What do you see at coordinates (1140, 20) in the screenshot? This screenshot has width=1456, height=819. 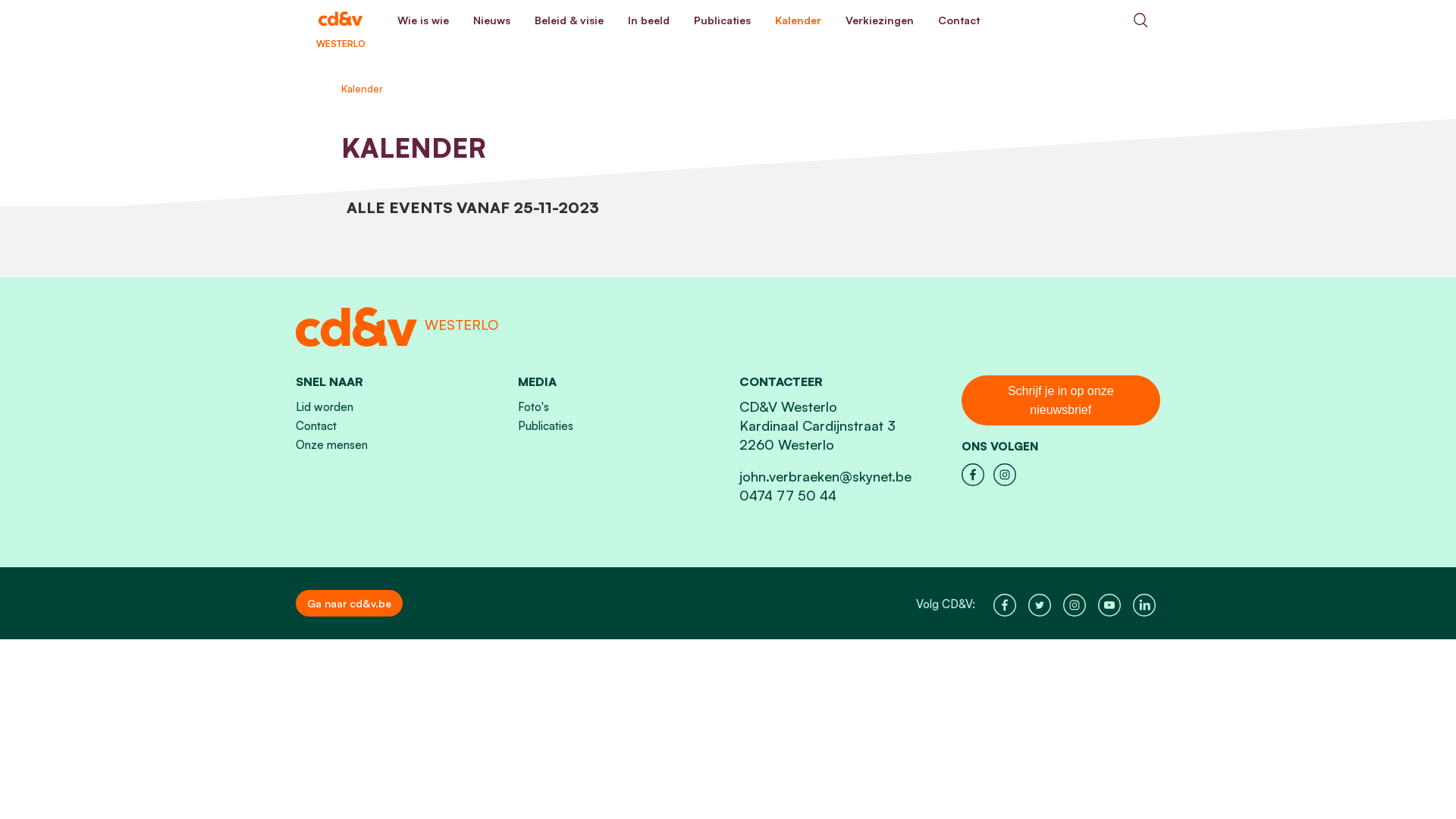 I see `'Search'` at bounding box center [1140, 20].